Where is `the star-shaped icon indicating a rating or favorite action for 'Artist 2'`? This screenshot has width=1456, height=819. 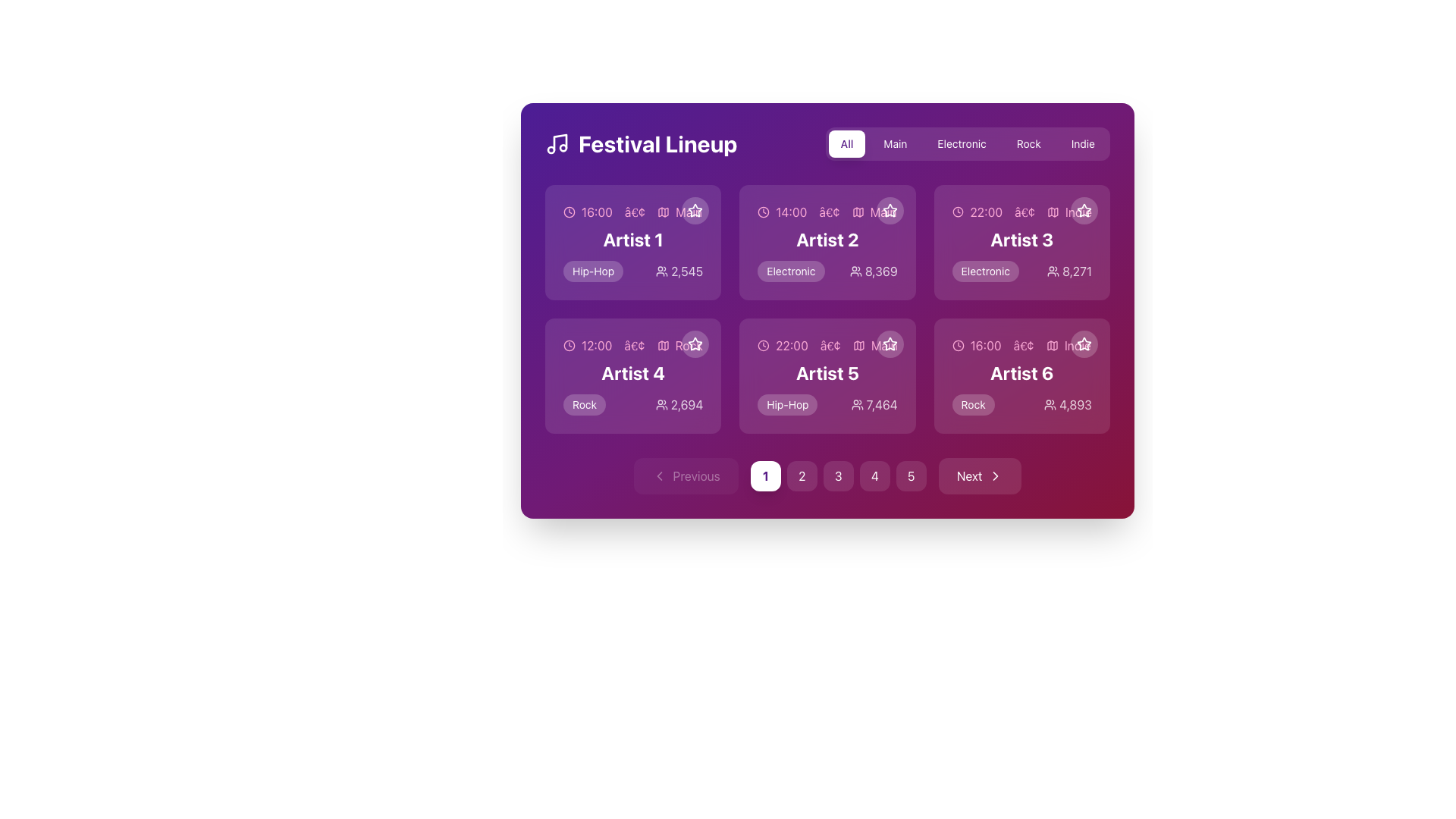
the star-shaped icon indicating a rating or favorite action for 'Artist 2' is located at coordinates (890, 210).